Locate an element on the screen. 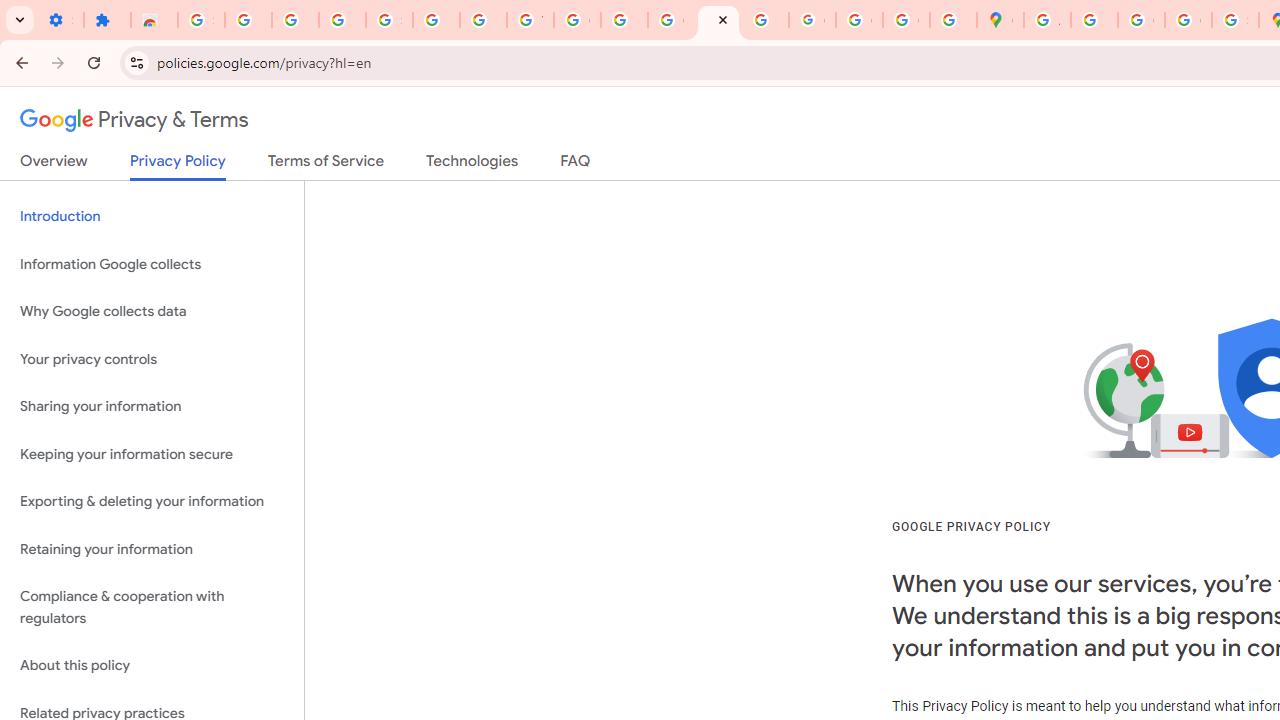  'Sharing your information' is located at coordinates (151, 406).